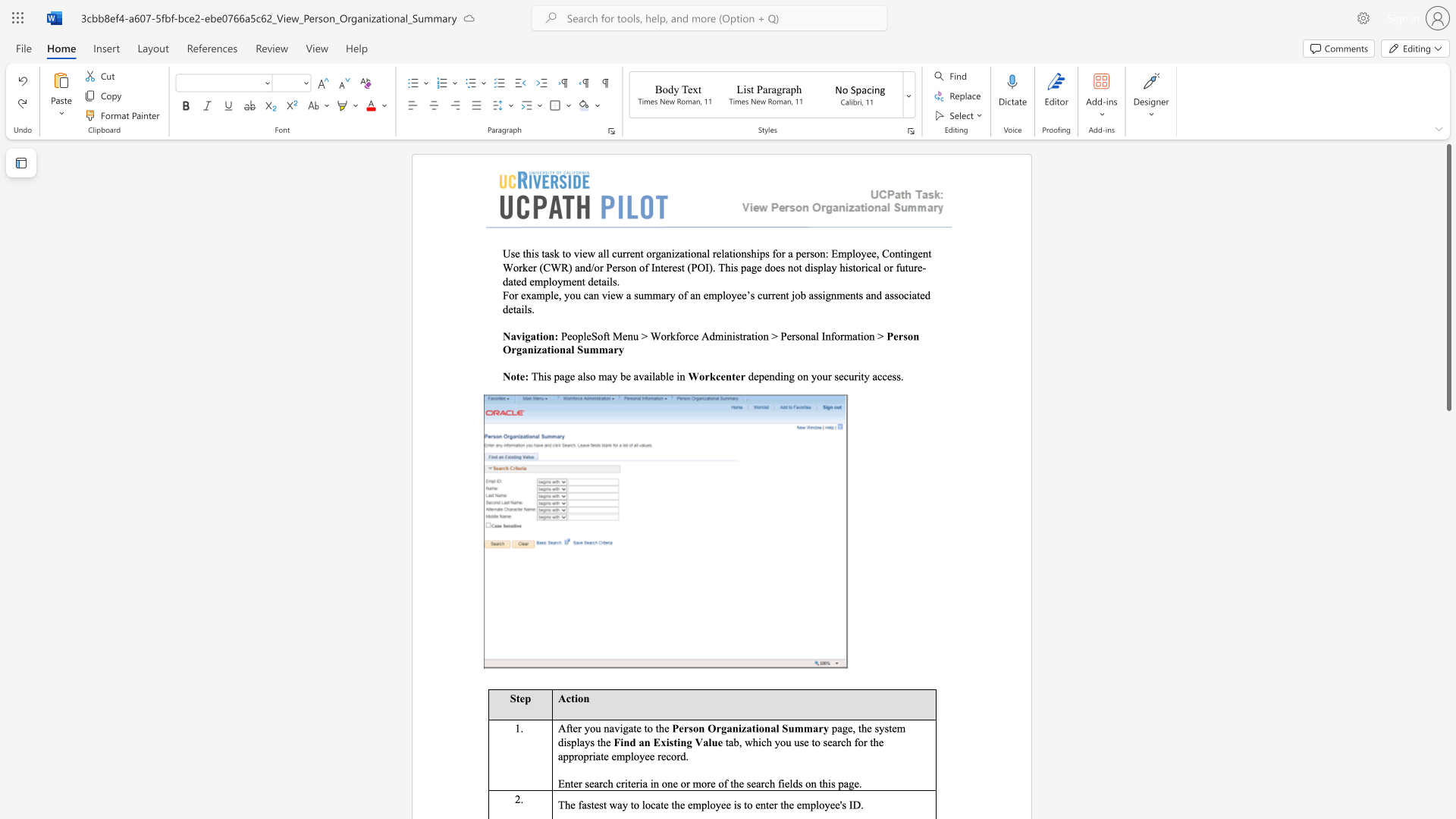  I want to click on the subset text "mmar" within the text "Person Organizational Summary", so click(588, 350).